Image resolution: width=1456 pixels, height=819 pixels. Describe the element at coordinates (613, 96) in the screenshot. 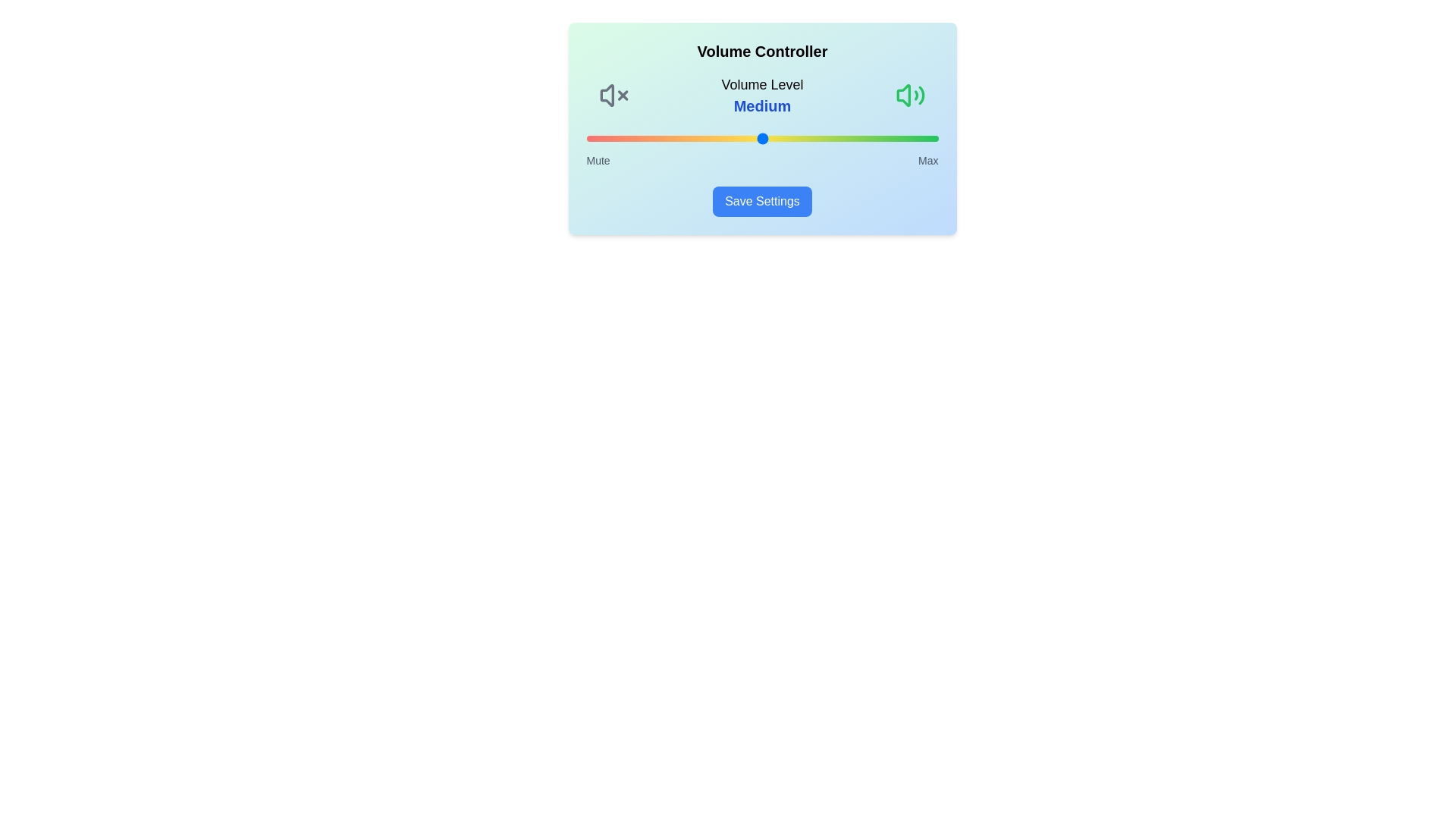

I see `the mute icon to toggle its functionality` at that location.